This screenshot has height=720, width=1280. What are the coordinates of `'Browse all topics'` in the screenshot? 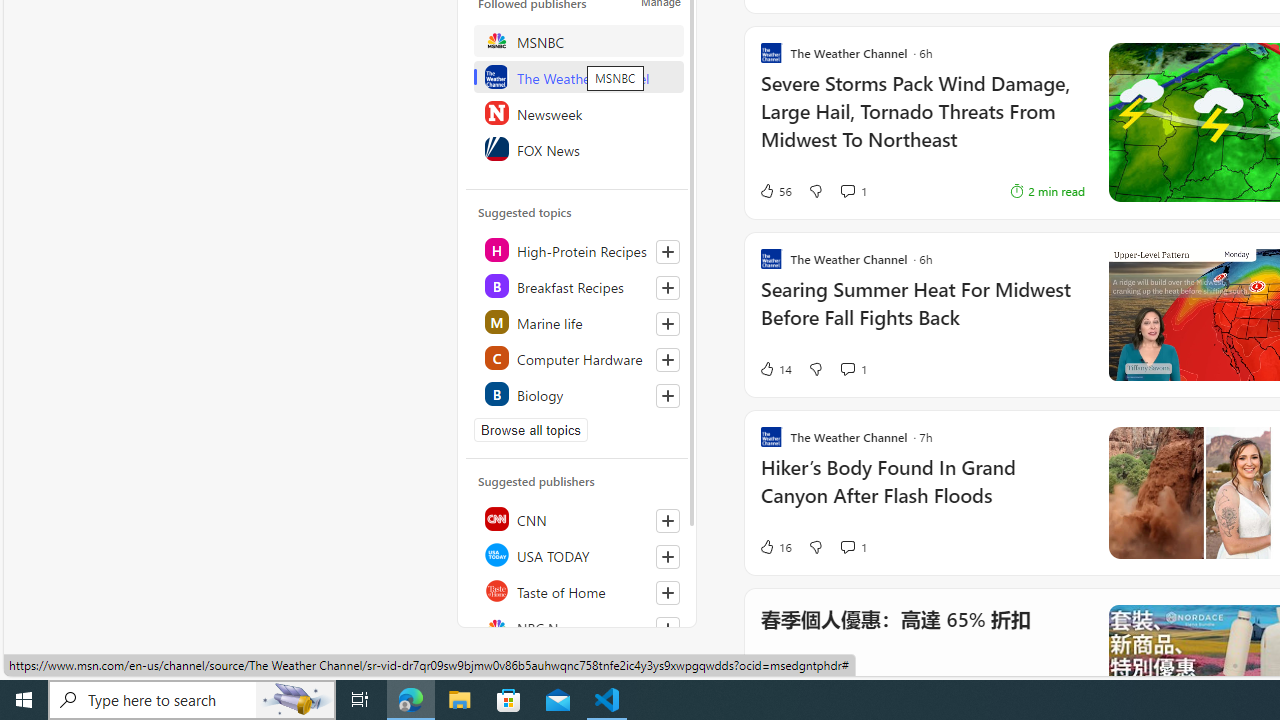 It's located at (531, 429).